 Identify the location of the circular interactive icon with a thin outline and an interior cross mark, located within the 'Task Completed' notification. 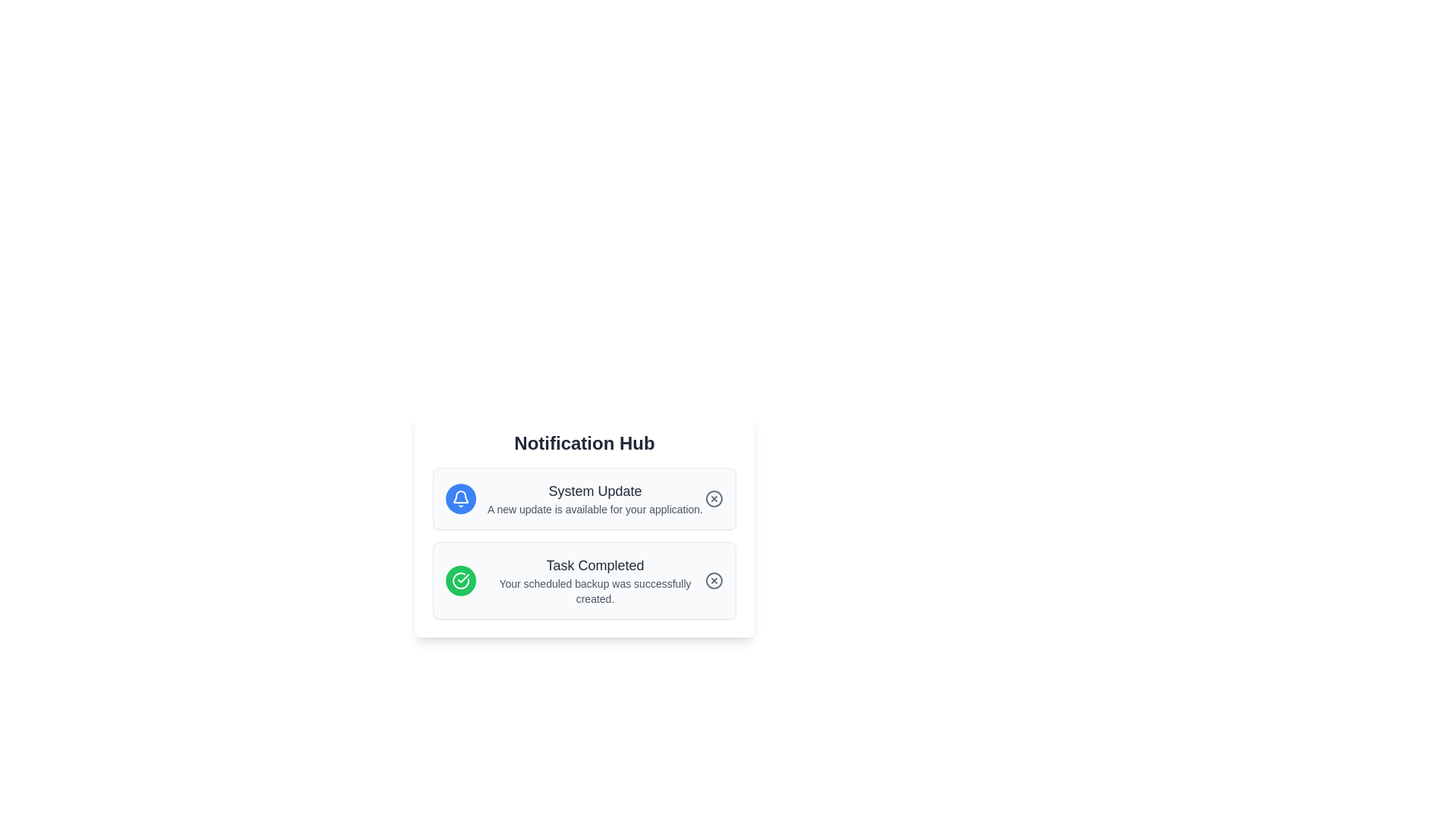
(713, 580).